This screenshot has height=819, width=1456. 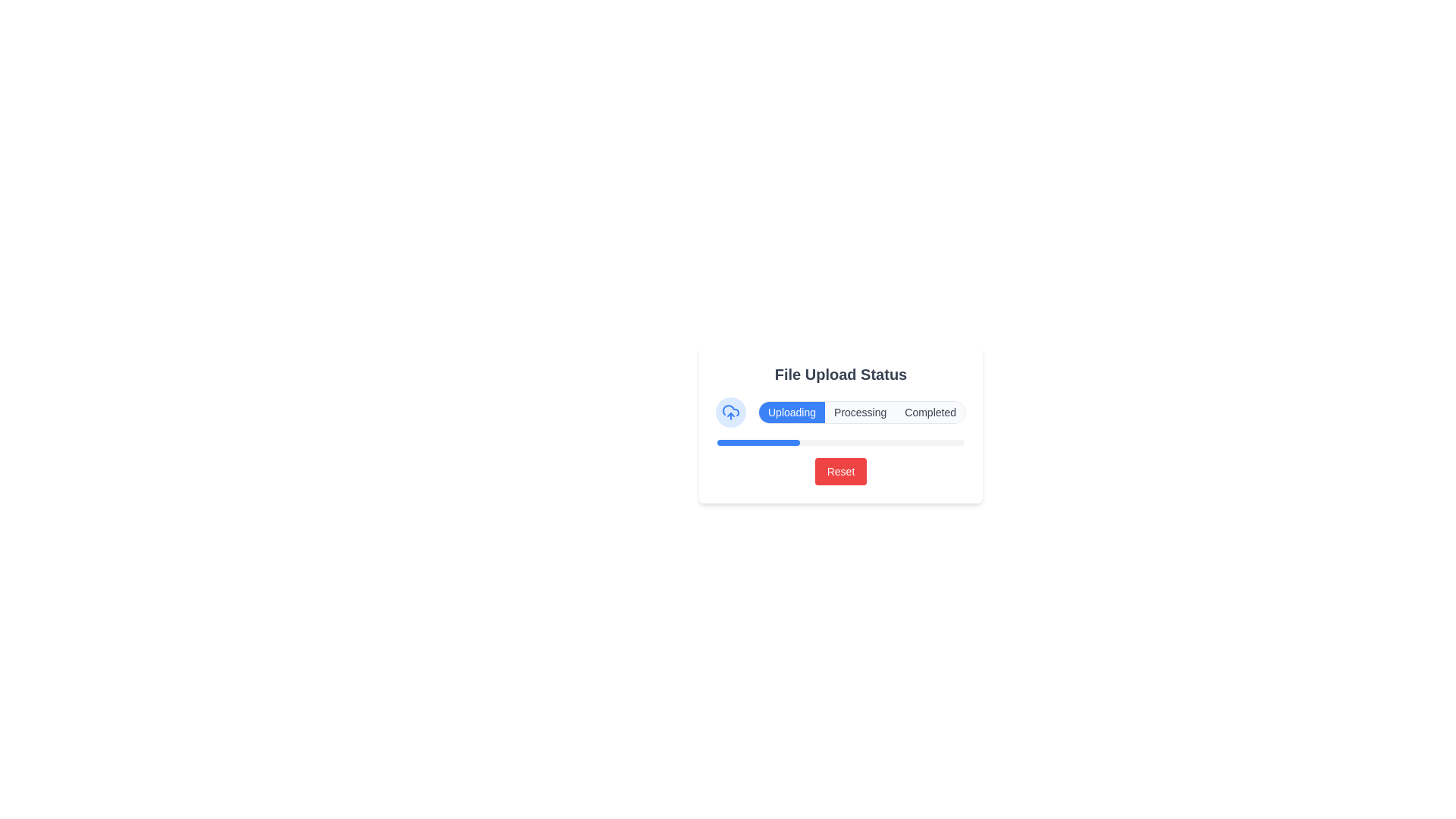 I want to click on the 'Uploading' status button, which is the first of three sibling buttons in the 'File Upload Status' section, located to the left of the 'Processing' and 'Completed' buttons, so click(x=791, y=412).